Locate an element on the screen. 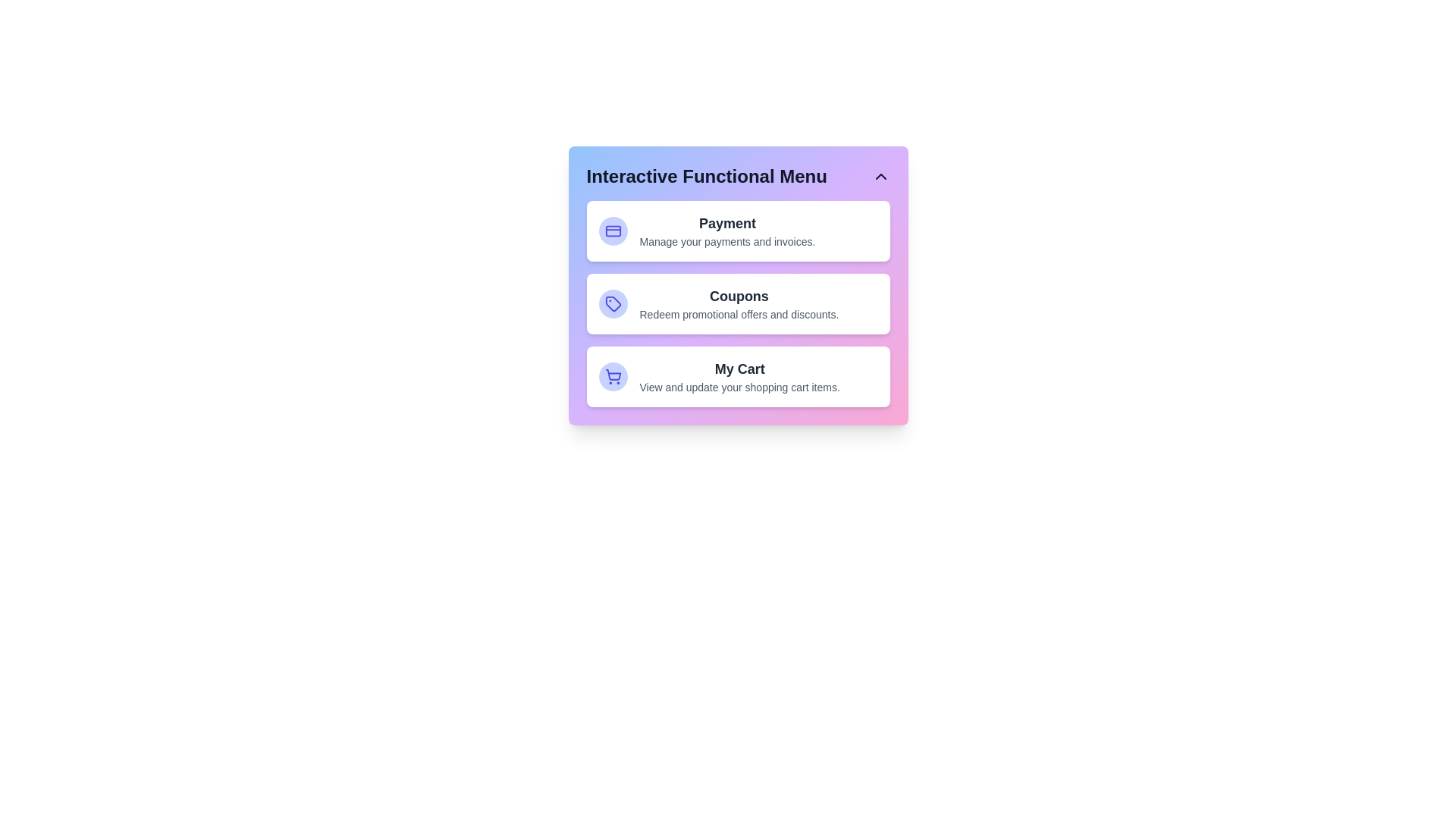 The height and width of the screenshot is (819, 1456). the menu item My Cart to select it is located at coordinates (738, 376).